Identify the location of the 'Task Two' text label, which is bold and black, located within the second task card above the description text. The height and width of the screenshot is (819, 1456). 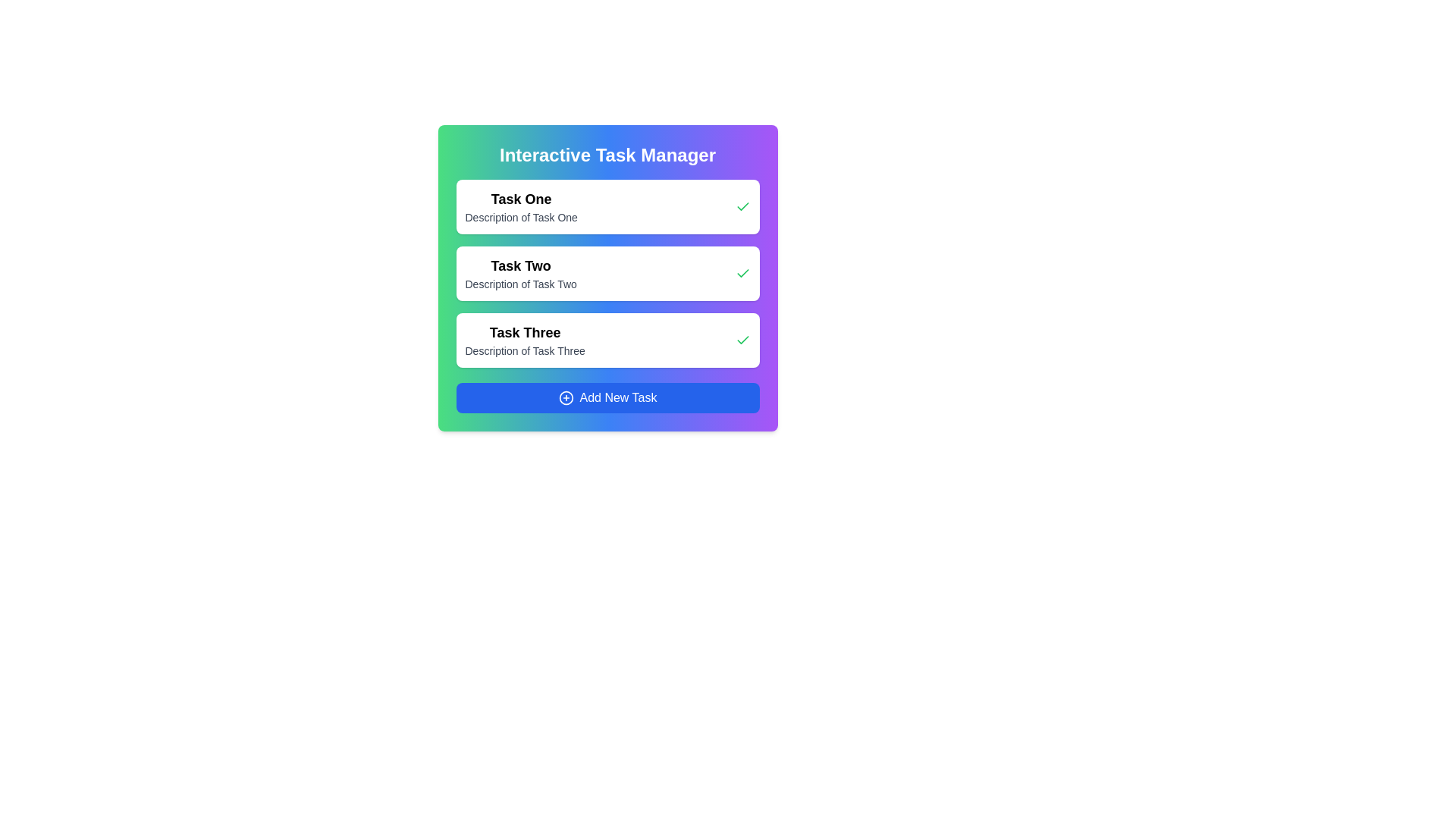
(521, 265).